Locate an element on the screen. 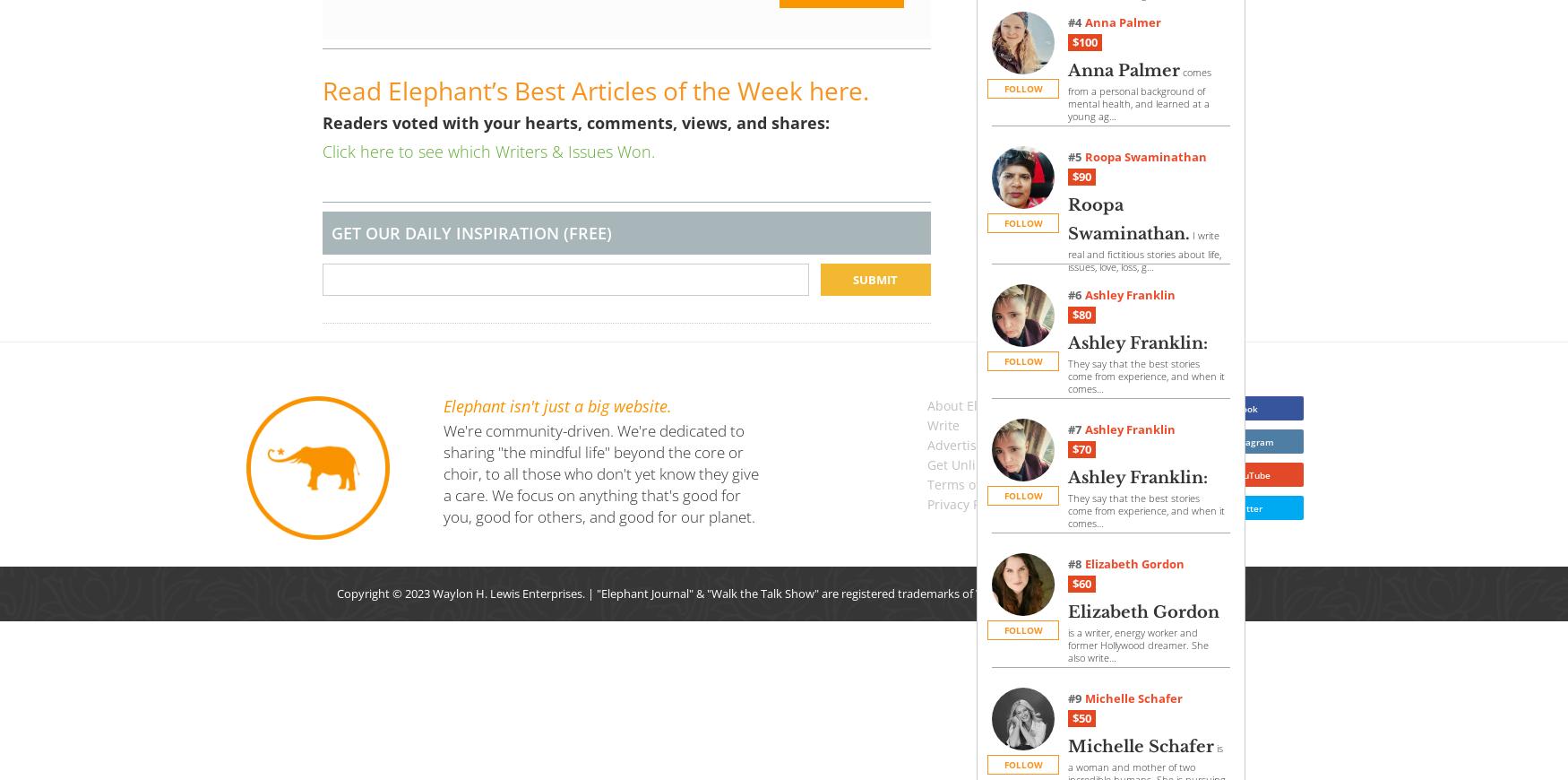  'Follow us on Twitter' is located at coordinates (1217, 507).